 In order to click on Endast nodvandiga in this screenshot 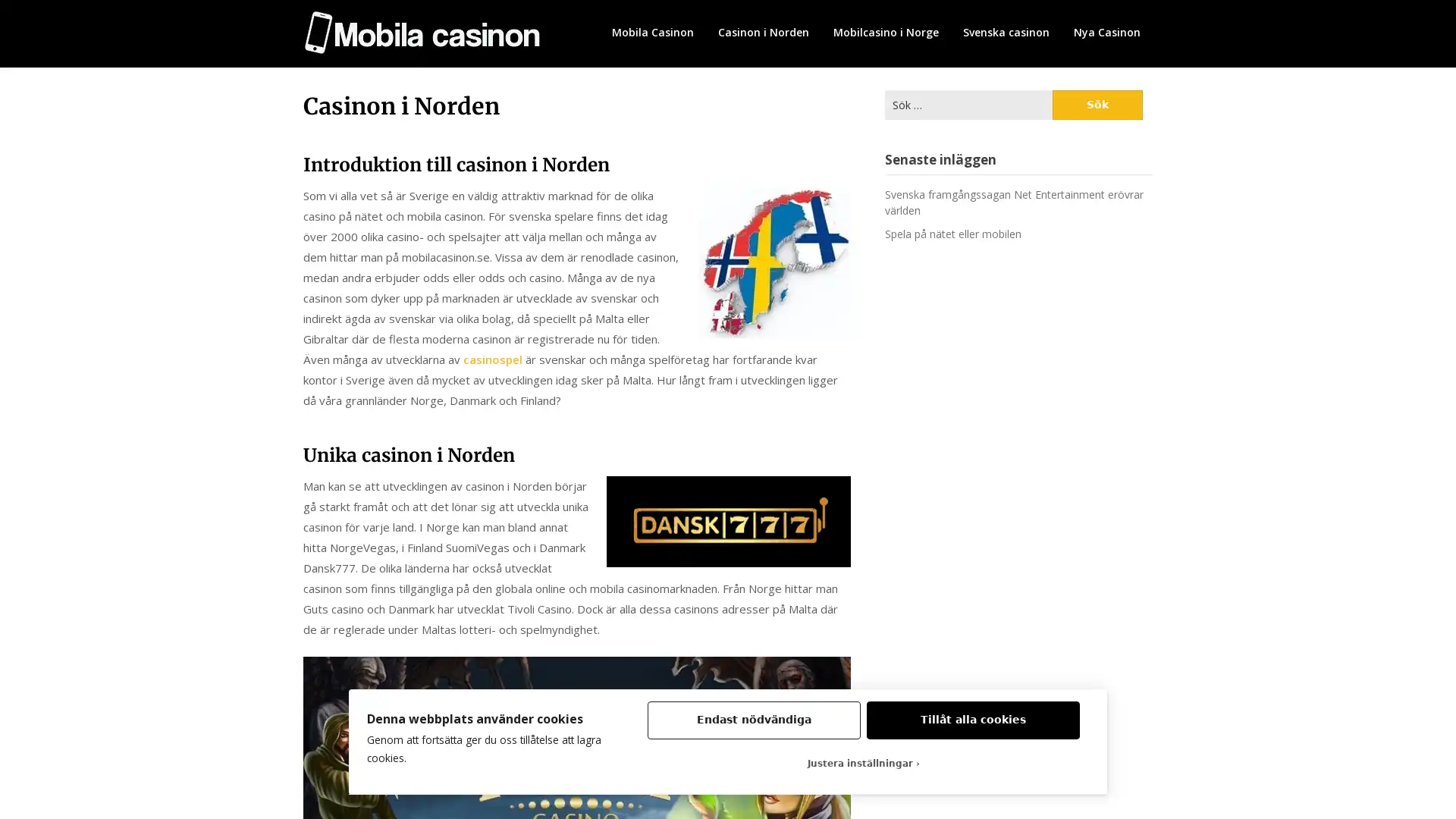, I will do `click(753, 719)`.